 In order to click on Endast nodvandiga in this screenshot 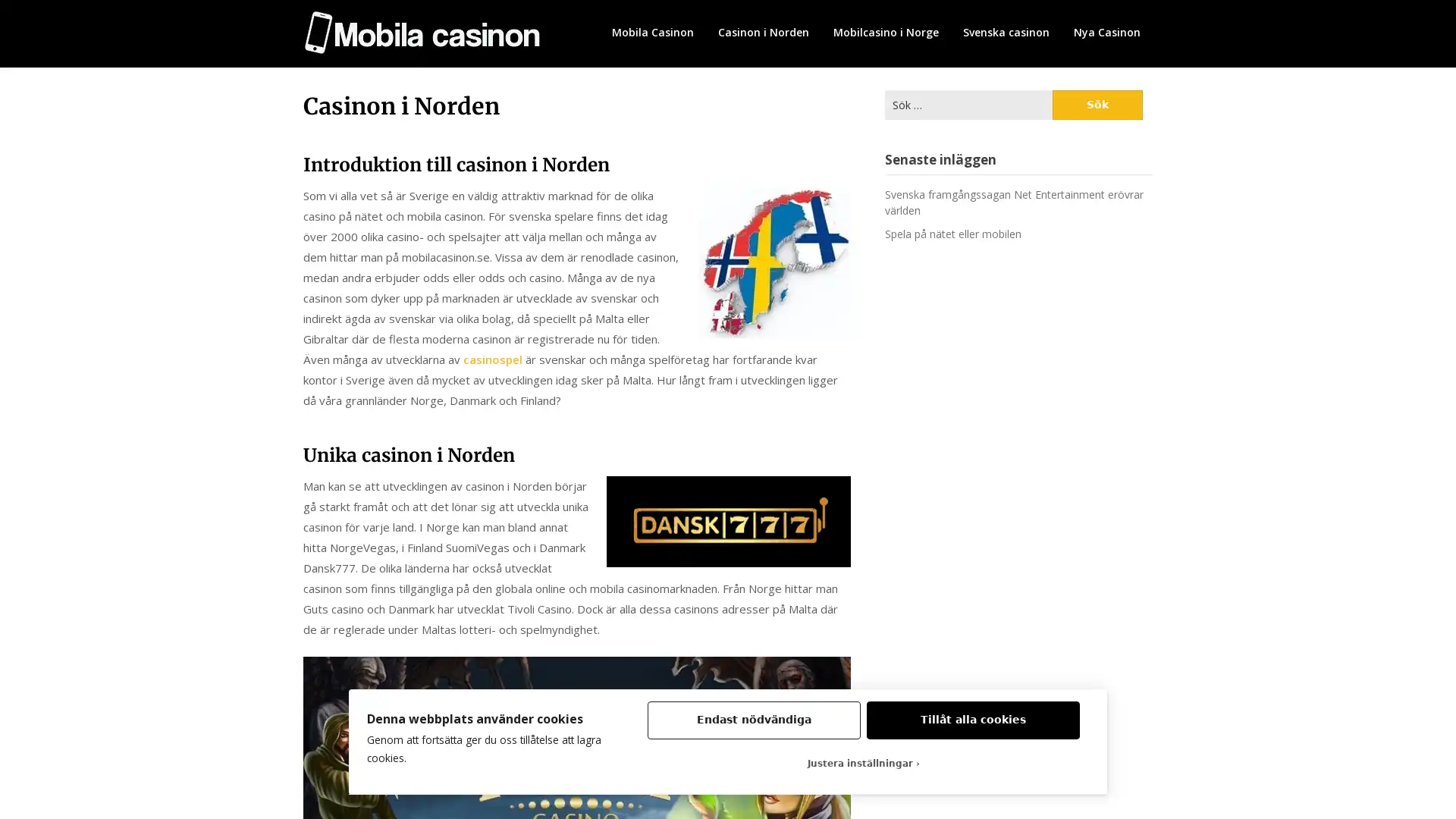, I will do `click(753, 719)`.